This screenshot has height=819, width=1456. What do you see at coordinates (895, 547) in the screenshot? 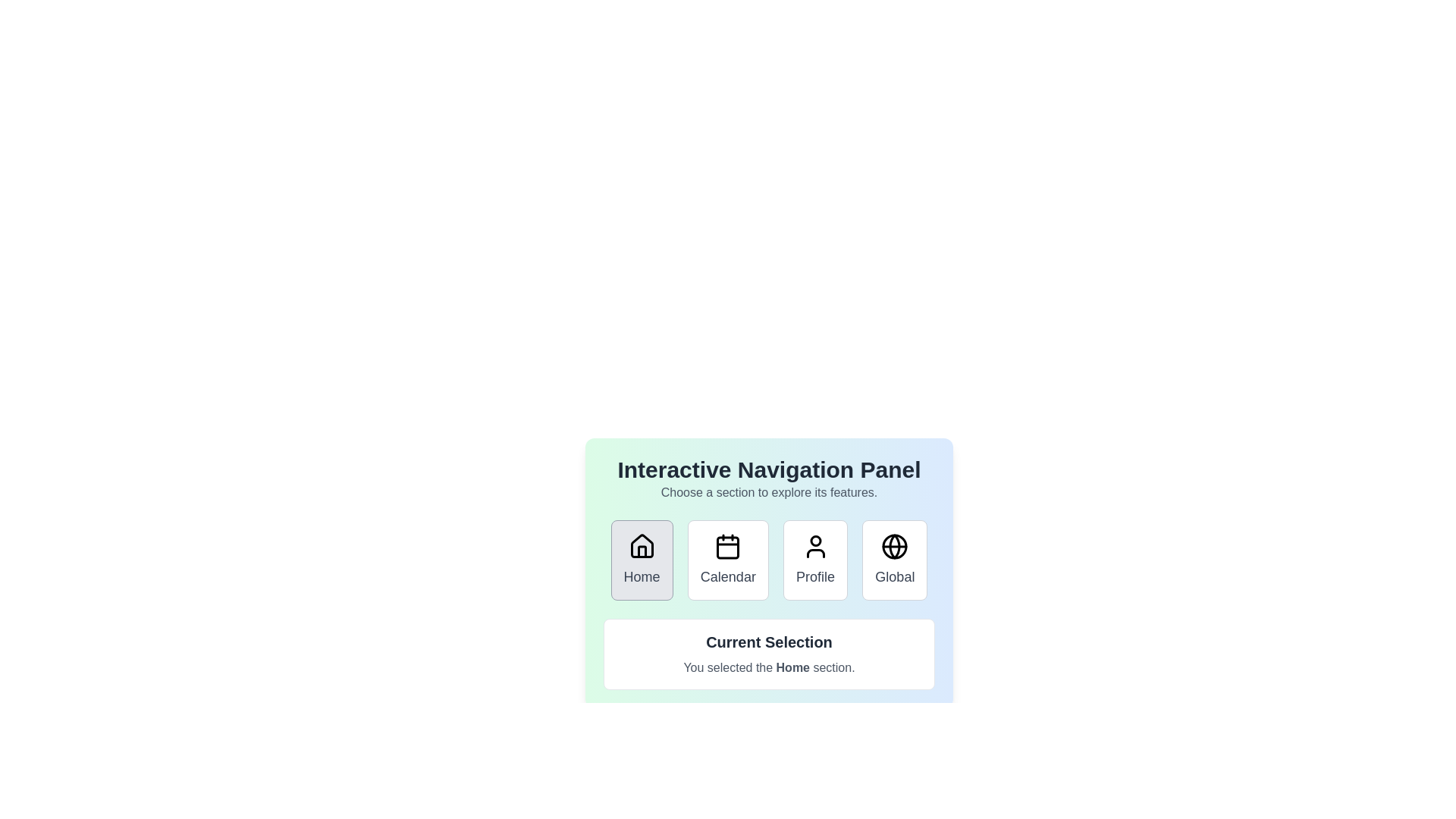
I see `the circular globe icon representing the 'Global' navigation option located in the bottom-right section of the navigation panel` at bounding box center [895, 547].